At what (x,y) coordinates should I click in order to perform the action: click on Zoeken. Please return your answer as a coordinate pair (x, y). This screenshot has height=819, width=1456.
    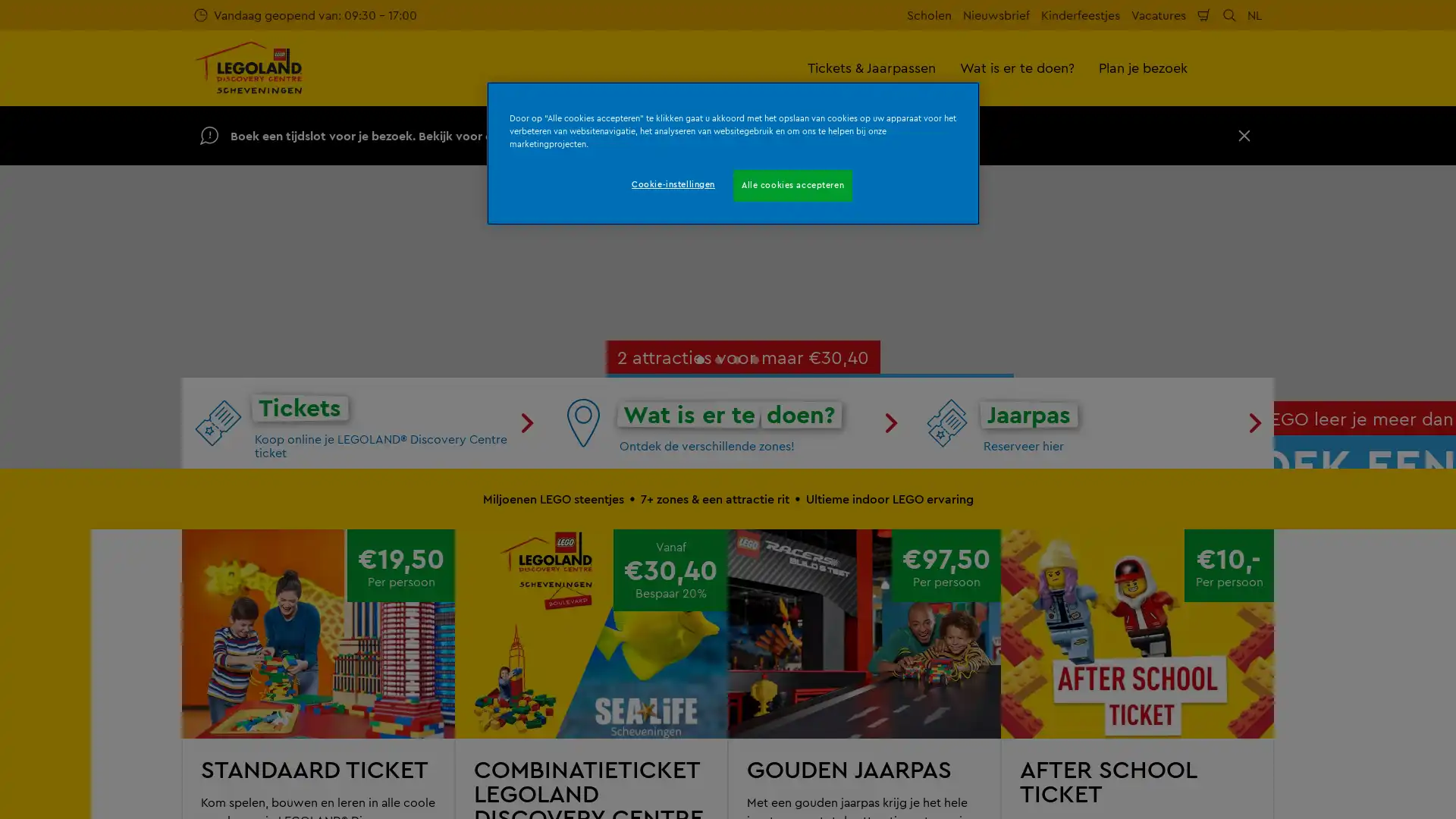
    Looking at the image, I should click on (1229, 14).